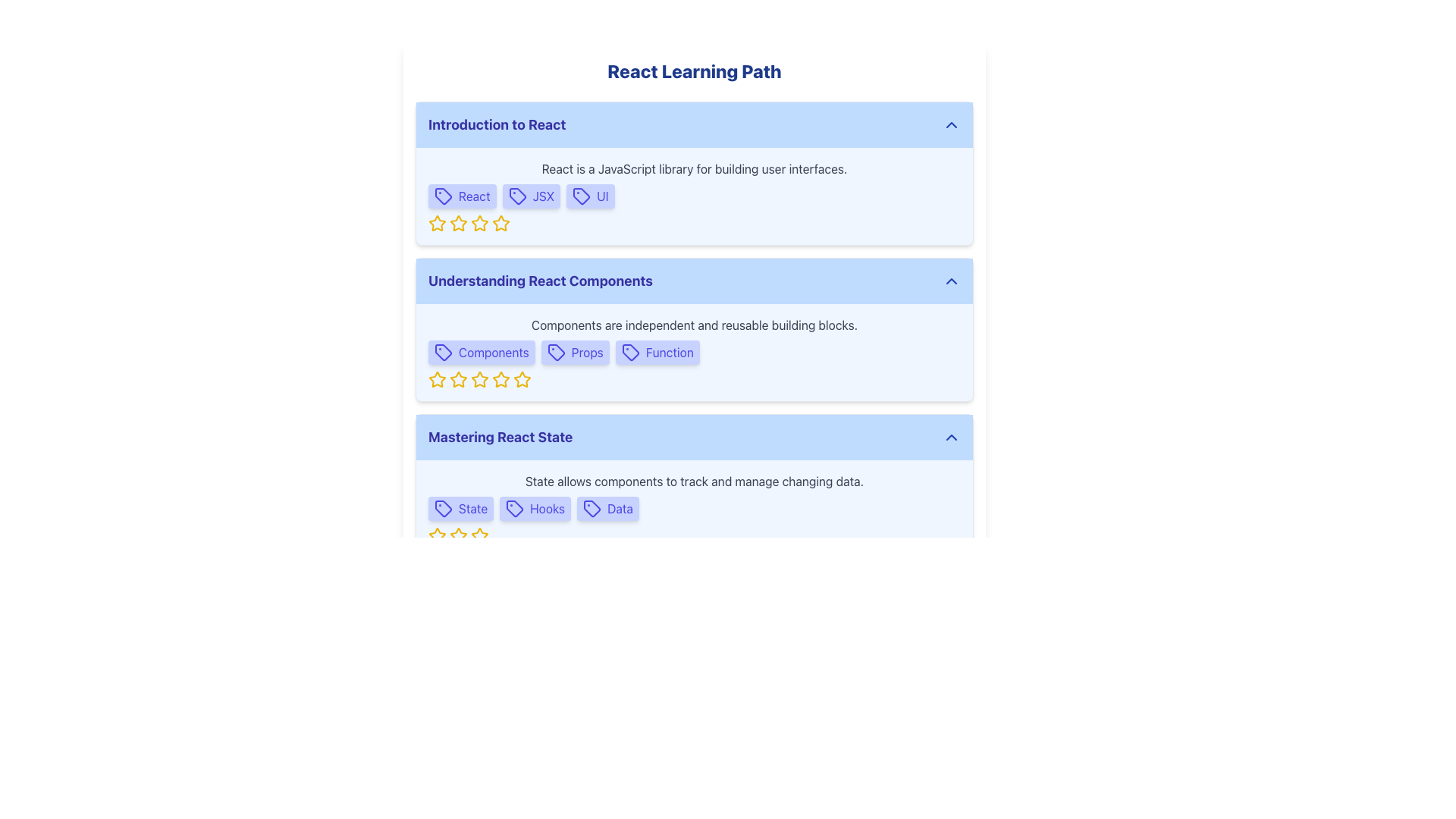 This screenshot has width=1456, height=819. I want to click on the first hollow star icon with a yellow border under the 'Introduction to React' section to rate the first level, so click(436, 223).